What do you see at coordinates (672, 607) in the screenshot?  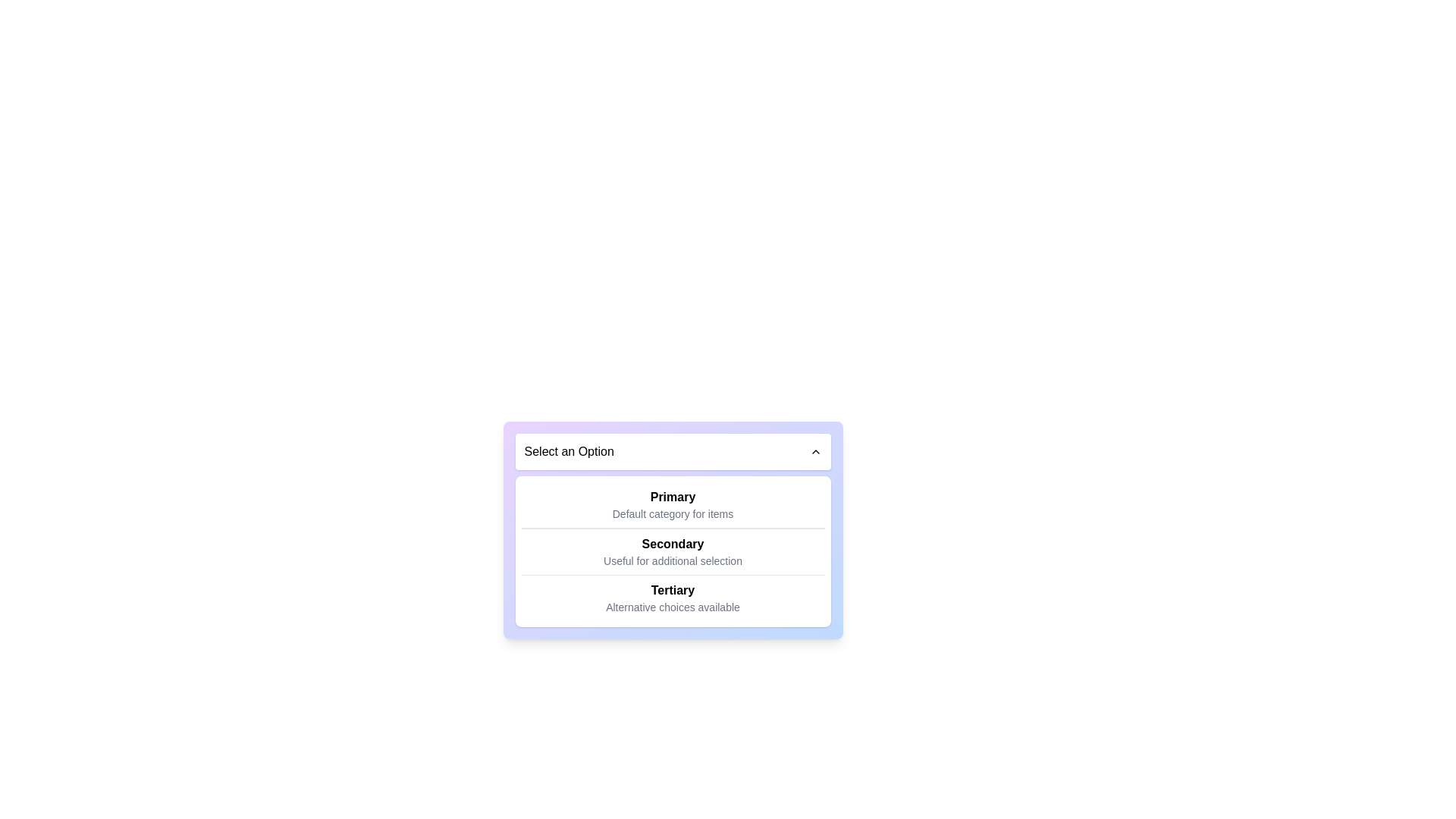 I see `the static text label displaying 'Alternative choices available', which is positioned below the bold title 'Tertiary' in the menu` at bounding box center [672, 607].